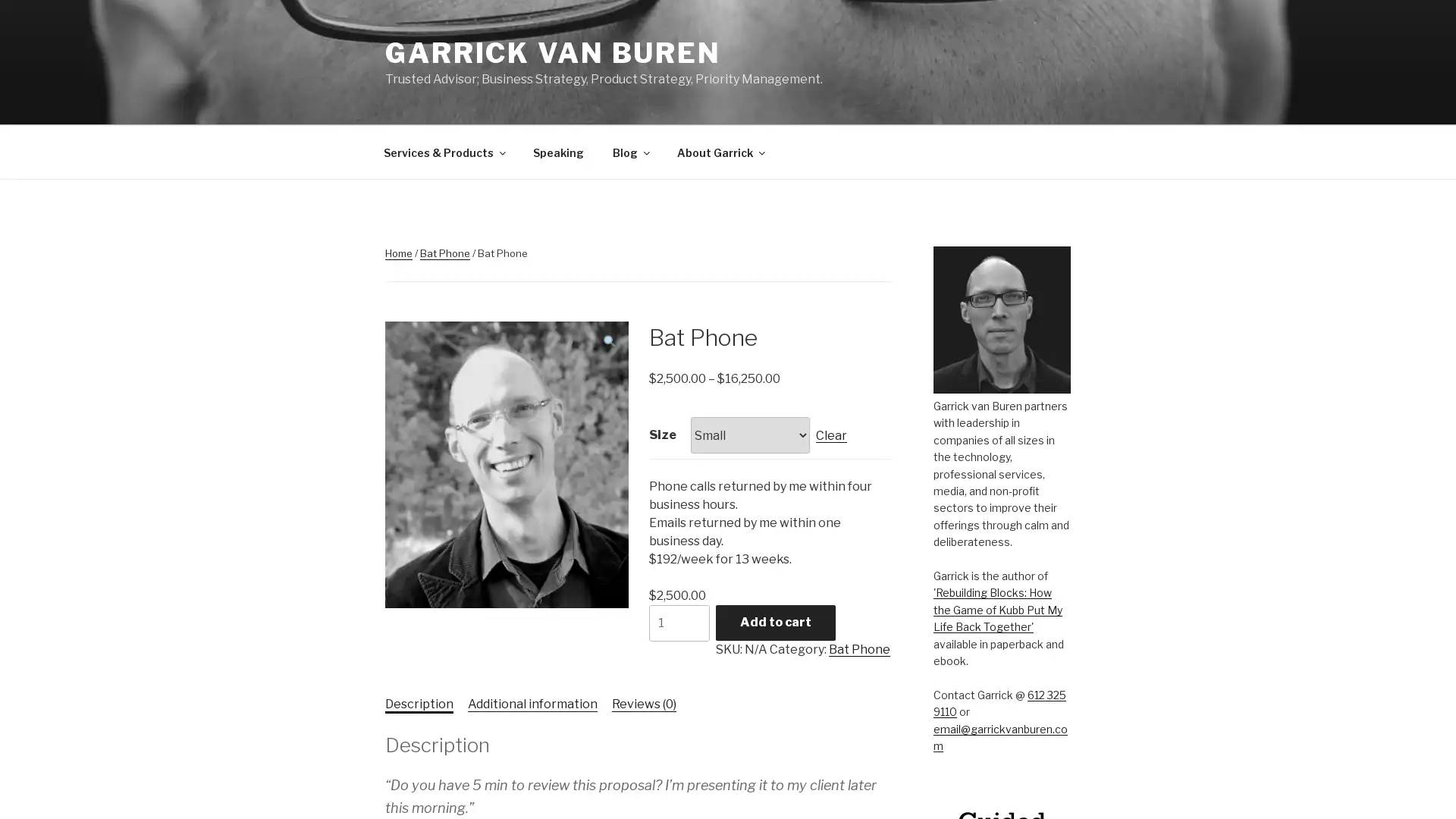  What do you see at coordinates (775, 622) in the screenshot?
I see `Add to cart` at bounding box center [775, 622].